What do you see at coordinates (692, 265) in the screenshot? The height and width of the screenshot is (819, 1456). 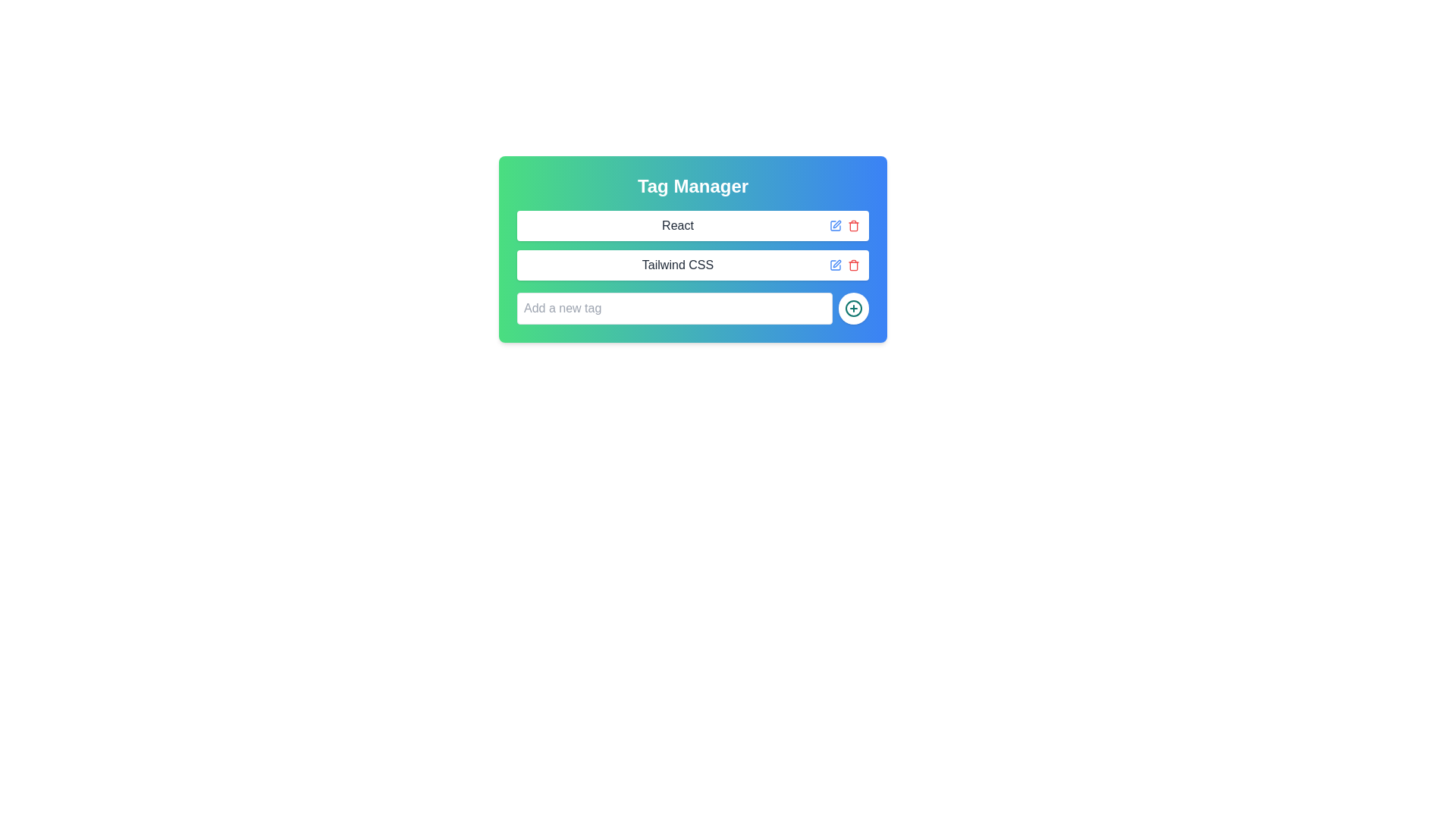 I see `displayed text of the tag entry labeled 'Tailwind CSS' located in the second position of the vertically stacked list within the card-like interface` at bounding box center [692, 265].